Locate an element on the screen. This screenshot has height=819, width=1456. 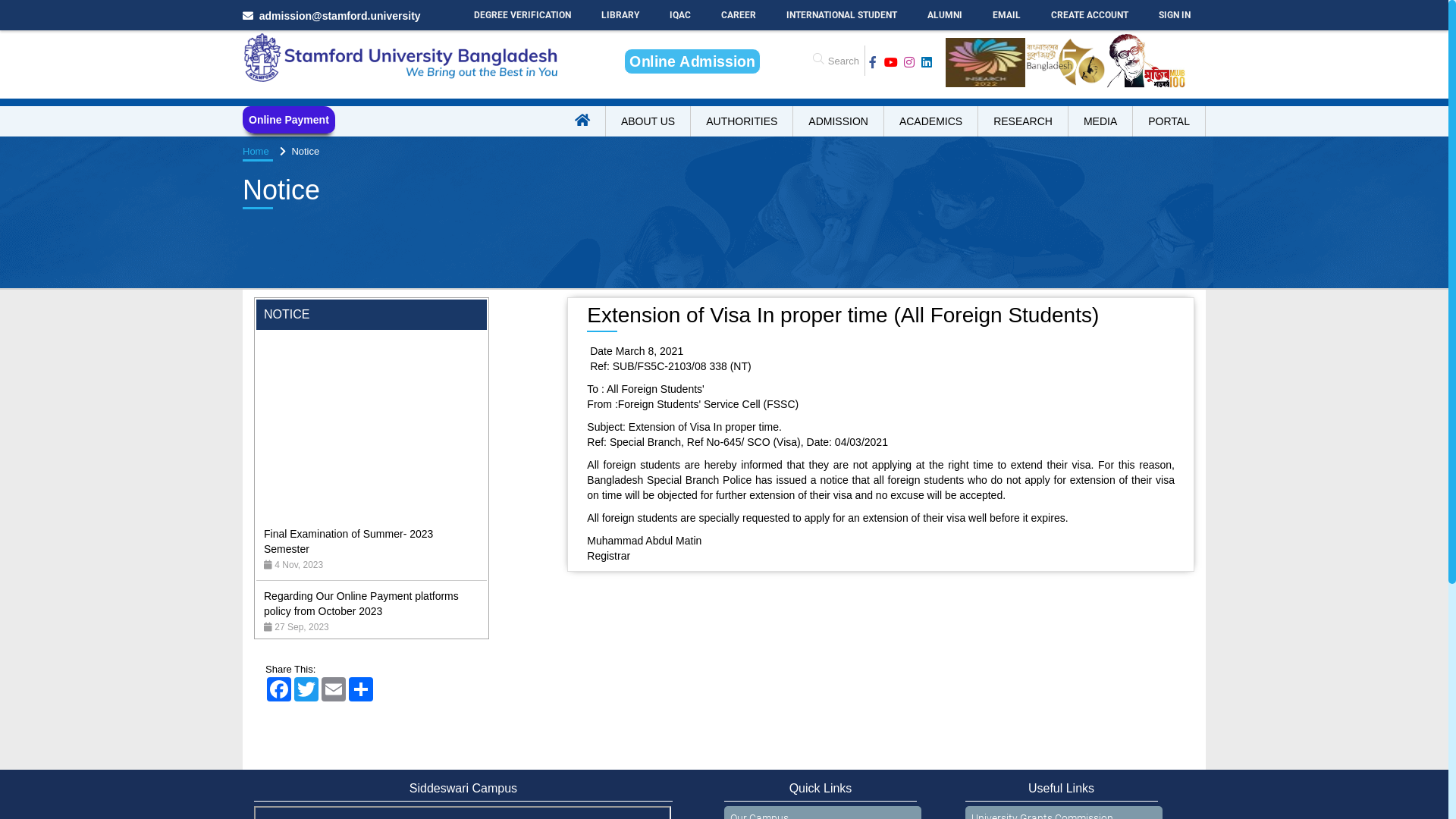
'SIGN IN' is located at coordinates (1174, 14).